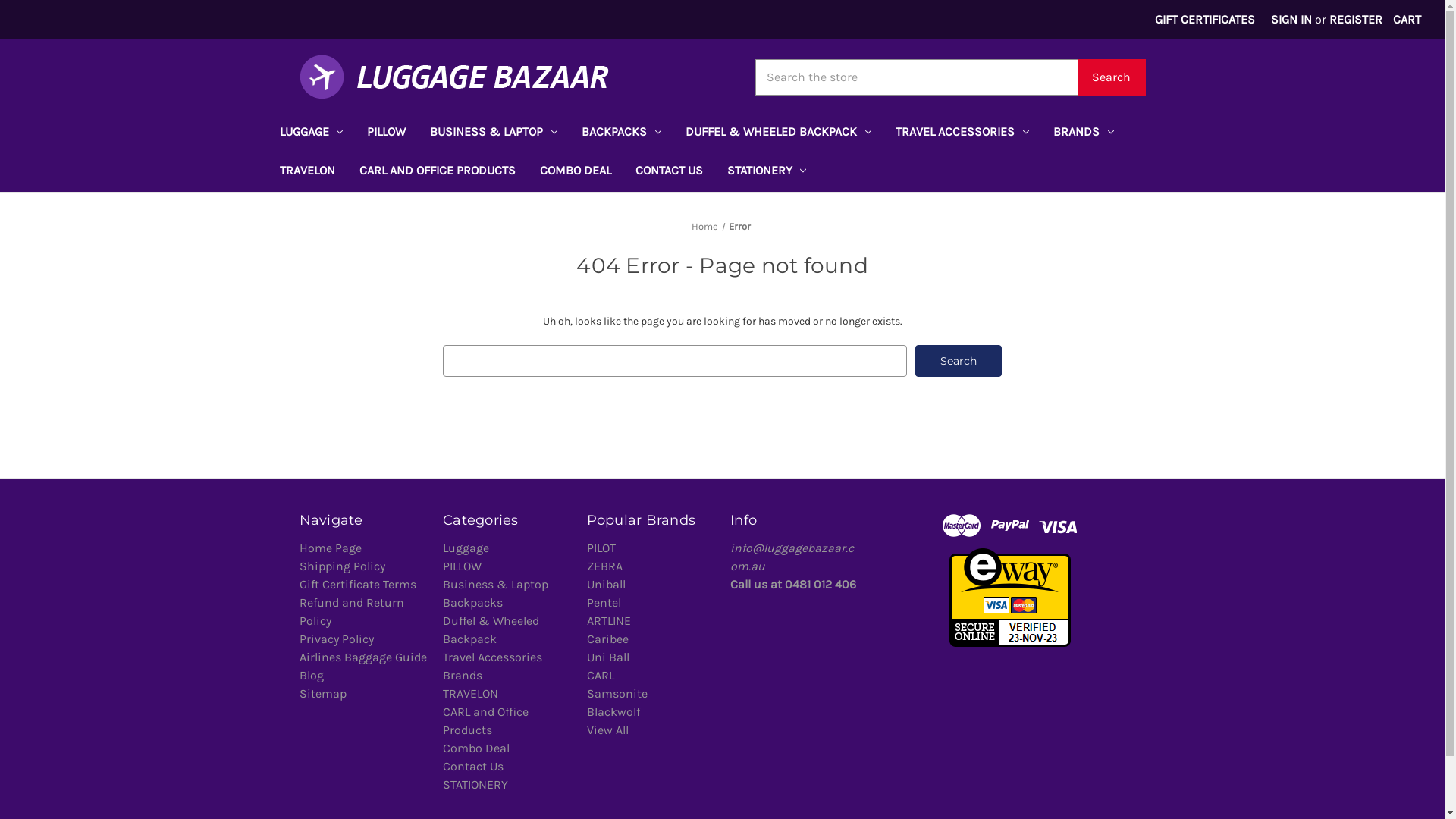 This screenshot has height=819, width=1456. Describe the element at coordinates (461, 674) in the screenshot. I see `'Brands'` at that location.